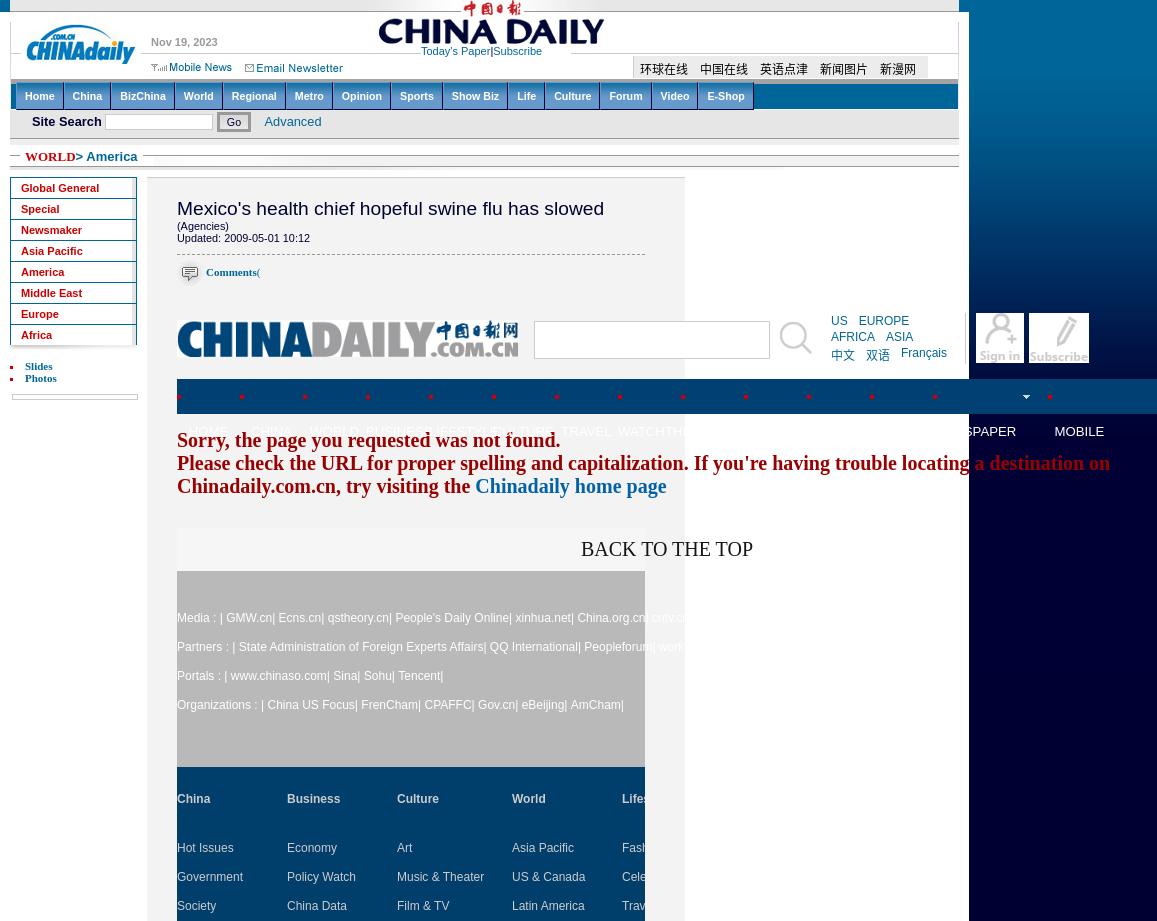 This screenshot has width=1157, height=921. I want to click on 'CPAFFC|', so click(448, 705).